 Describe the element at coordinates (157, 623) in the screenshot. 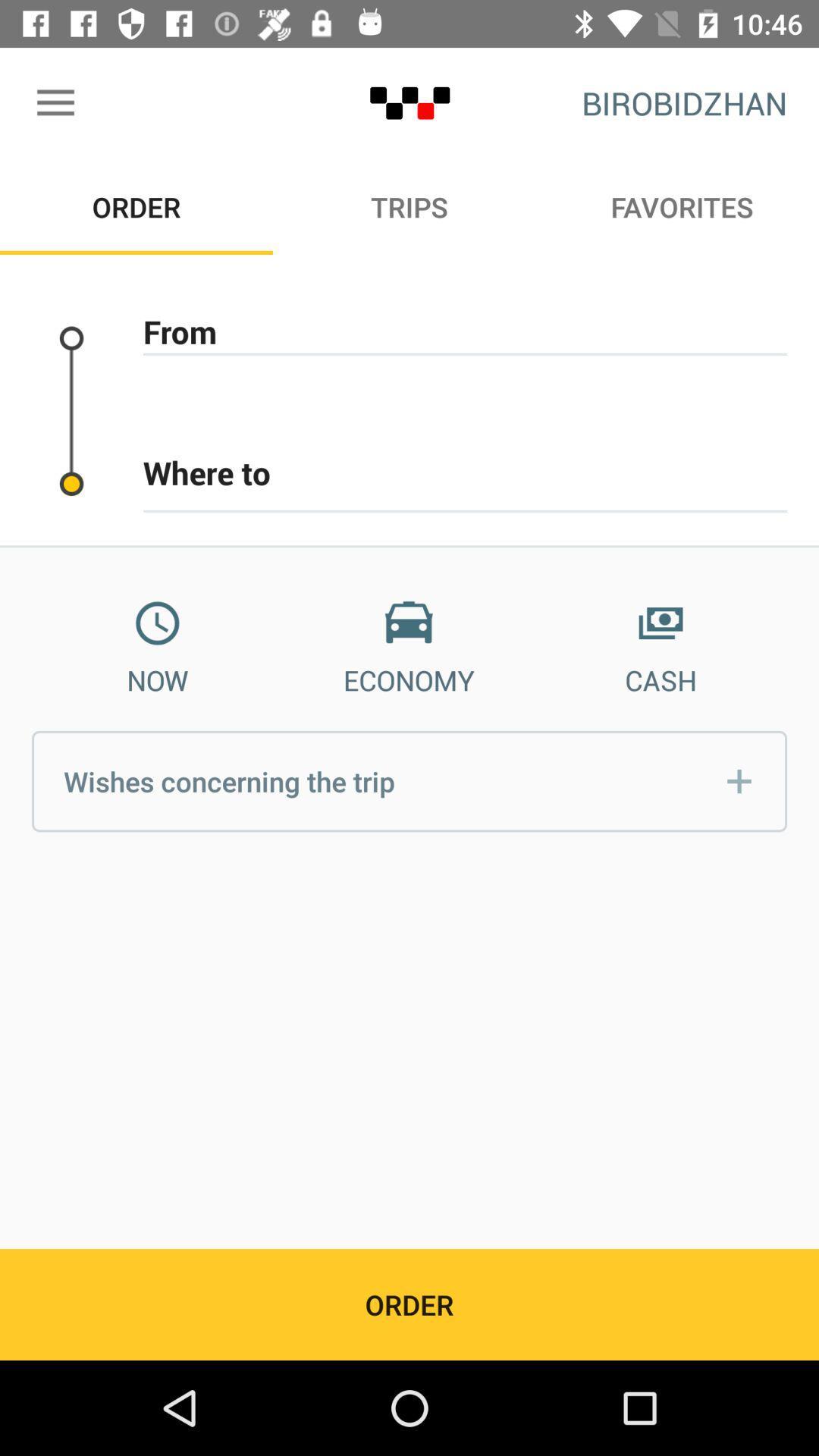

I see `the icon above now` at that location.